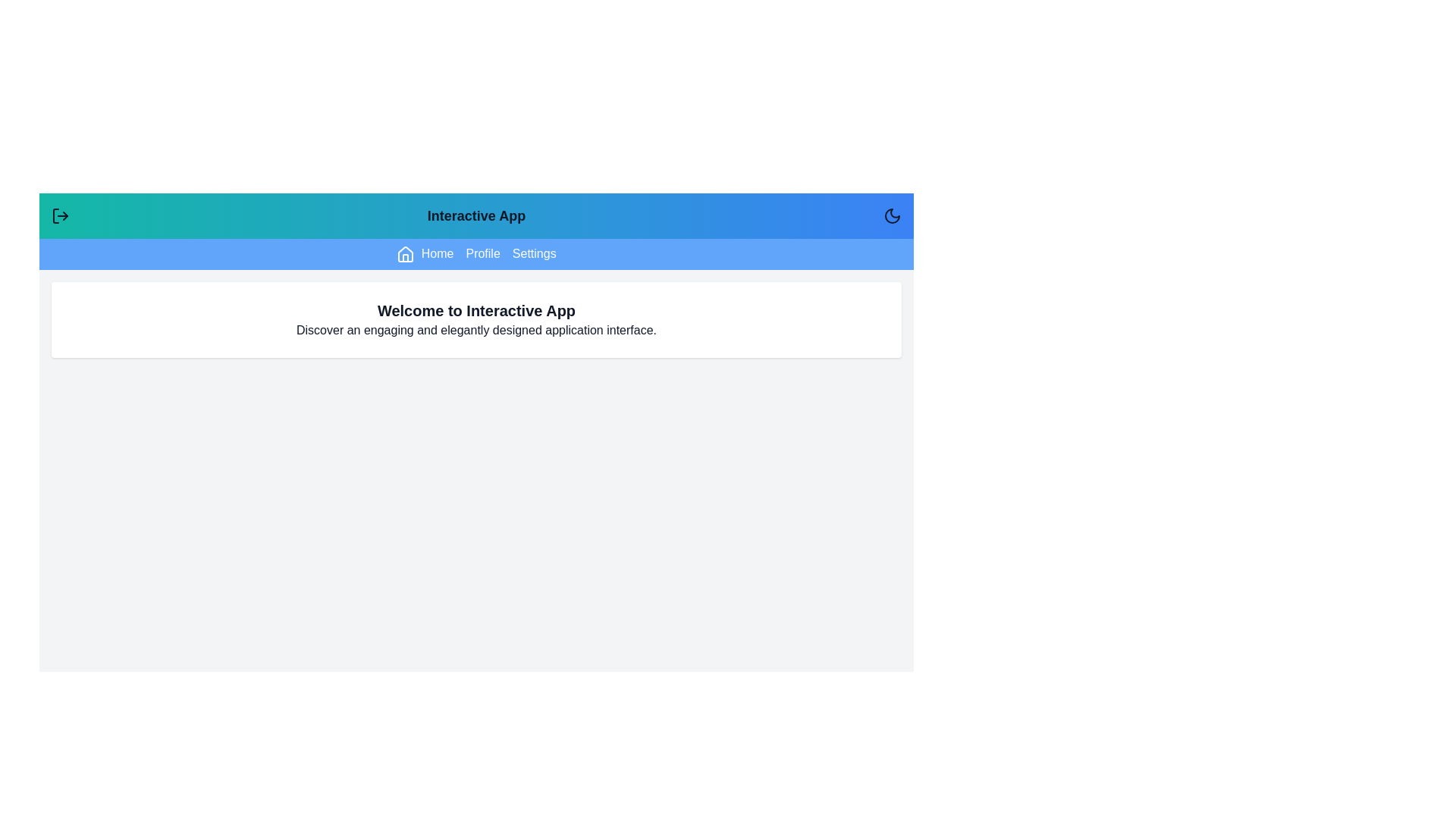  What do you see at coordinates (534, 253) in the screenshot?
I see `the 'Settings' button in the navigation bar to navigate to the Settings section` at bounding box center [534, 253].